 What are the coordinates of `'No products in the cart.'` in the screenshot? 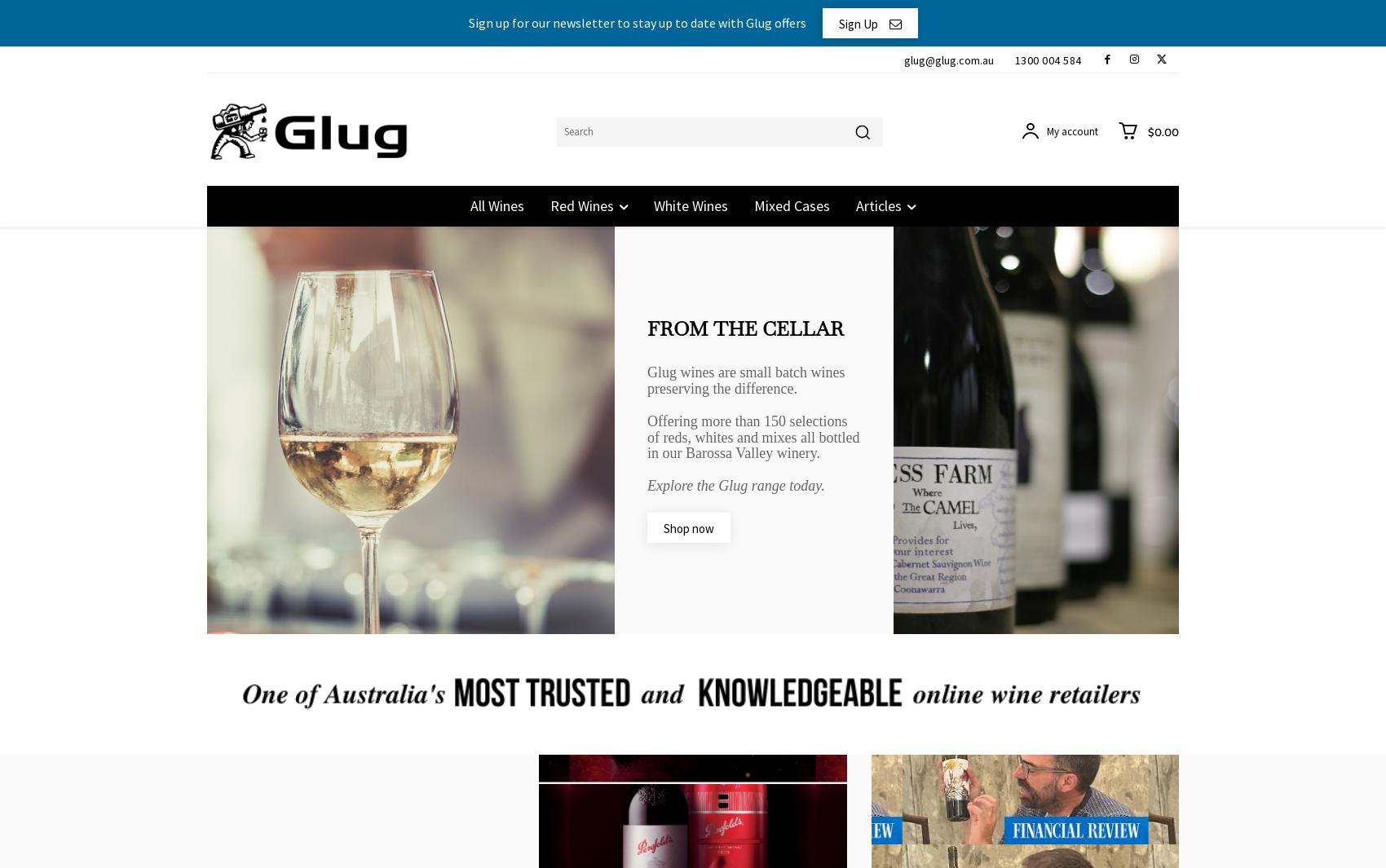 It's located at (1061, 177).